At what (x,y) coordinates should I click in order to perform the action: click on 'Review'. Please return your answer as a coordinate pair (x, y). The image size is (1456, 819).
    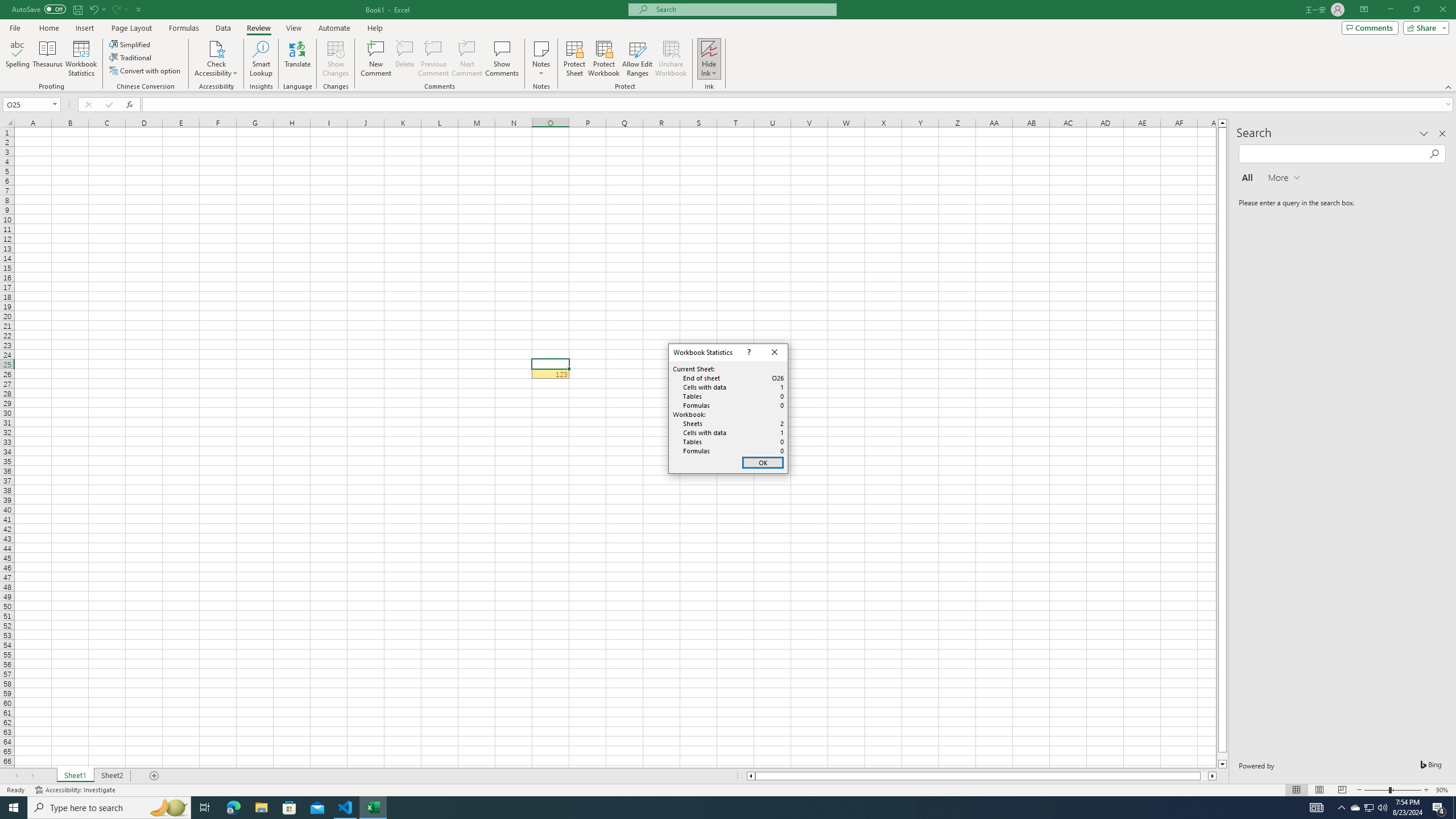
    Looking at the image, I should click on (258, 28).